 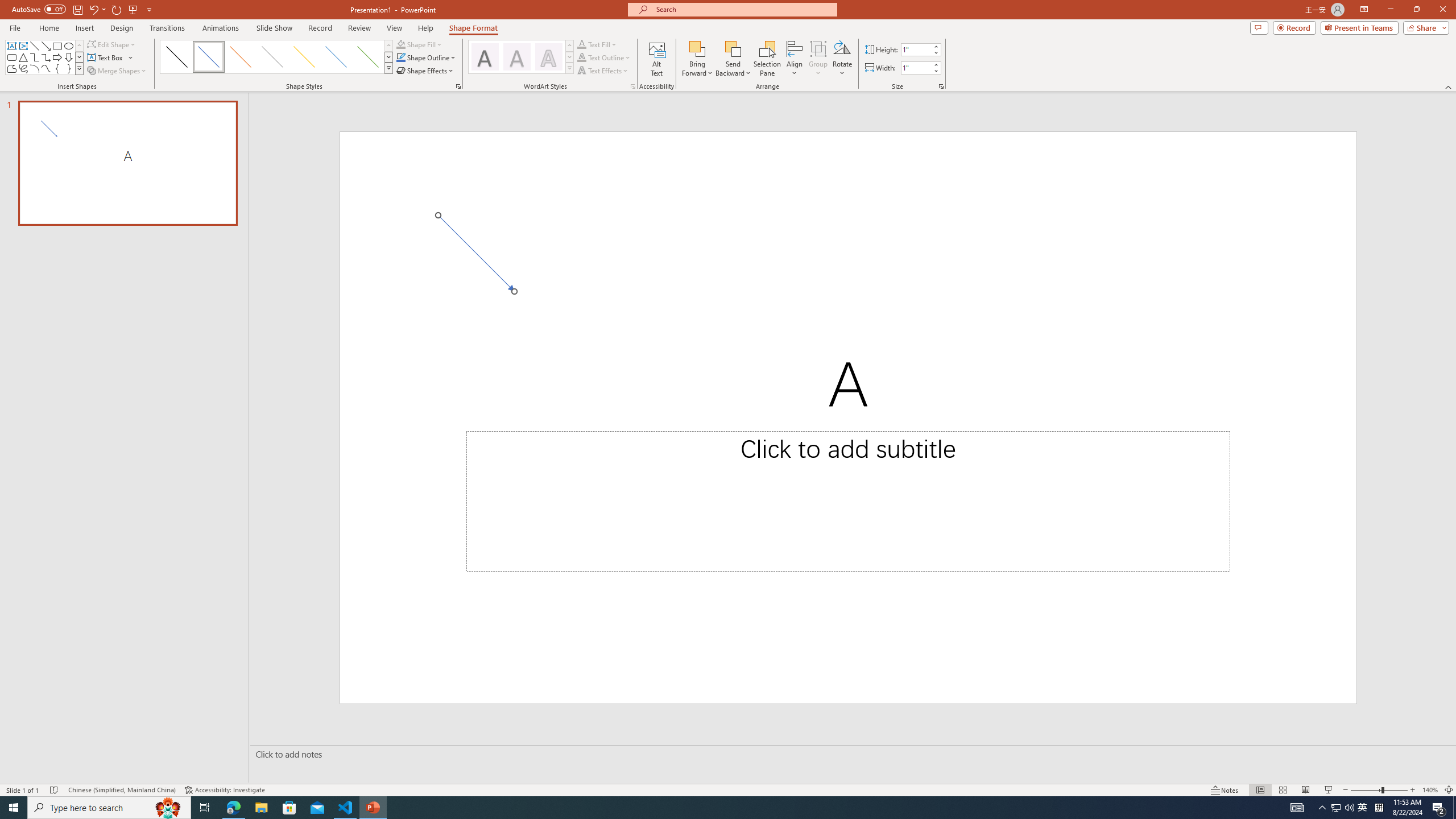 I want to click on 'Merge Shapes', so click(x=118, y=69).